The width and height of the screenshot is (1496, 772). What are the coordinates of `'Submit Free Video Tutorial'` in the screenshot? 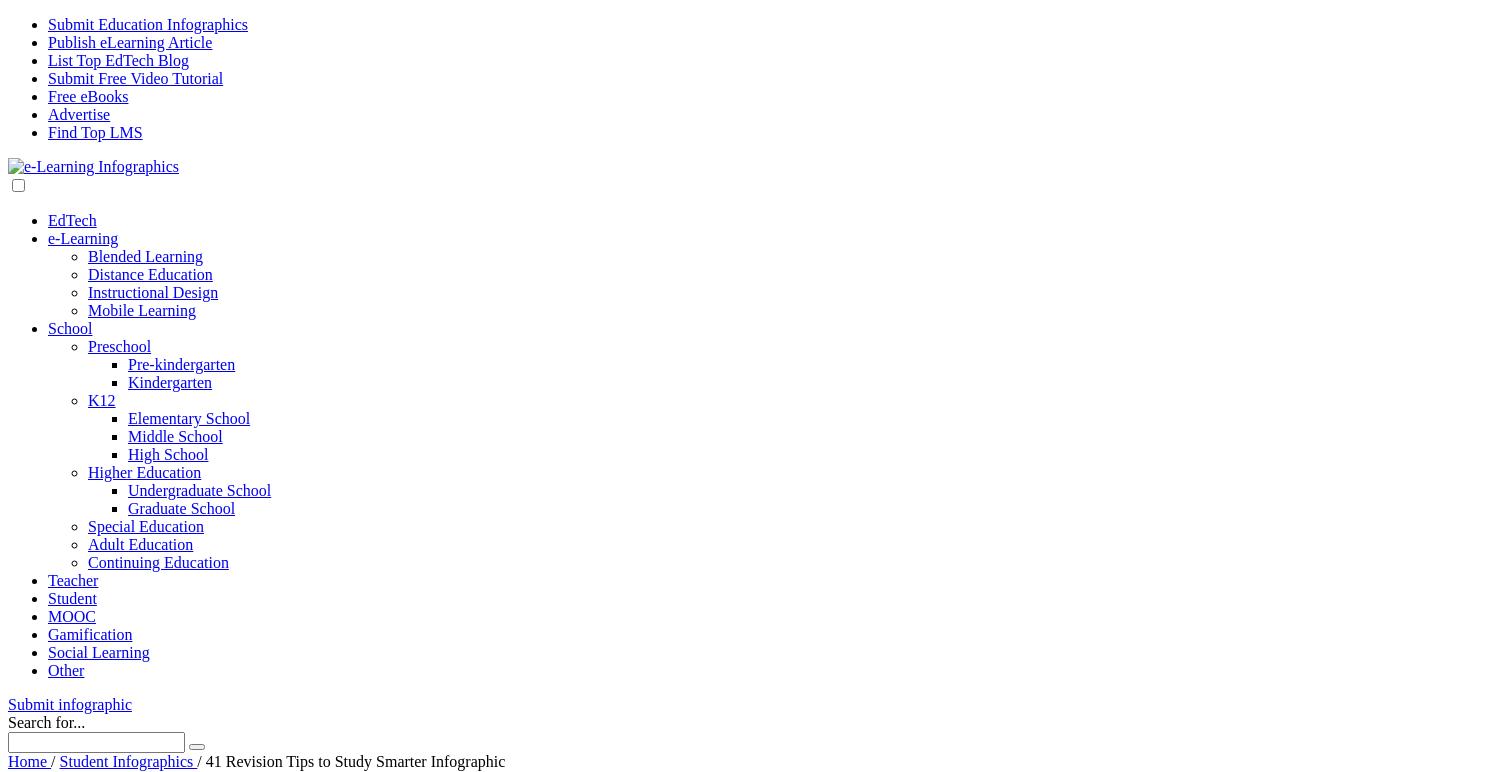 It's located at (134, 78).